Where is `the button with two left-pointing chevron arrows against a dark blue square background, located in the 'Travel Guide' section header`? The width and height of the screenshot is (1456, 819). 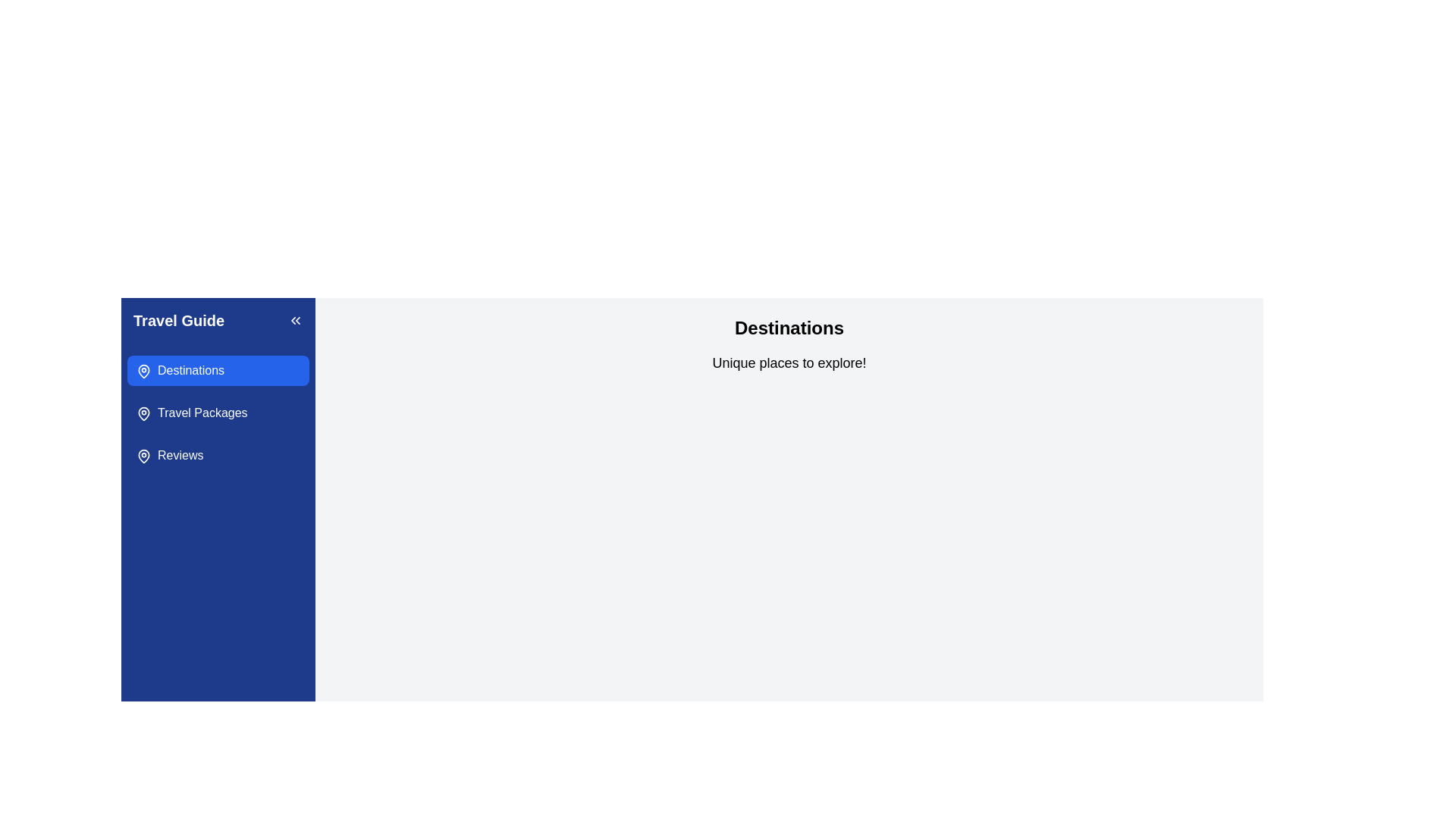 the button with two left-pointing chevron arrows against a dark blue square background, located in the 'Travel Guide' section header is located at coordinates (295, 320).